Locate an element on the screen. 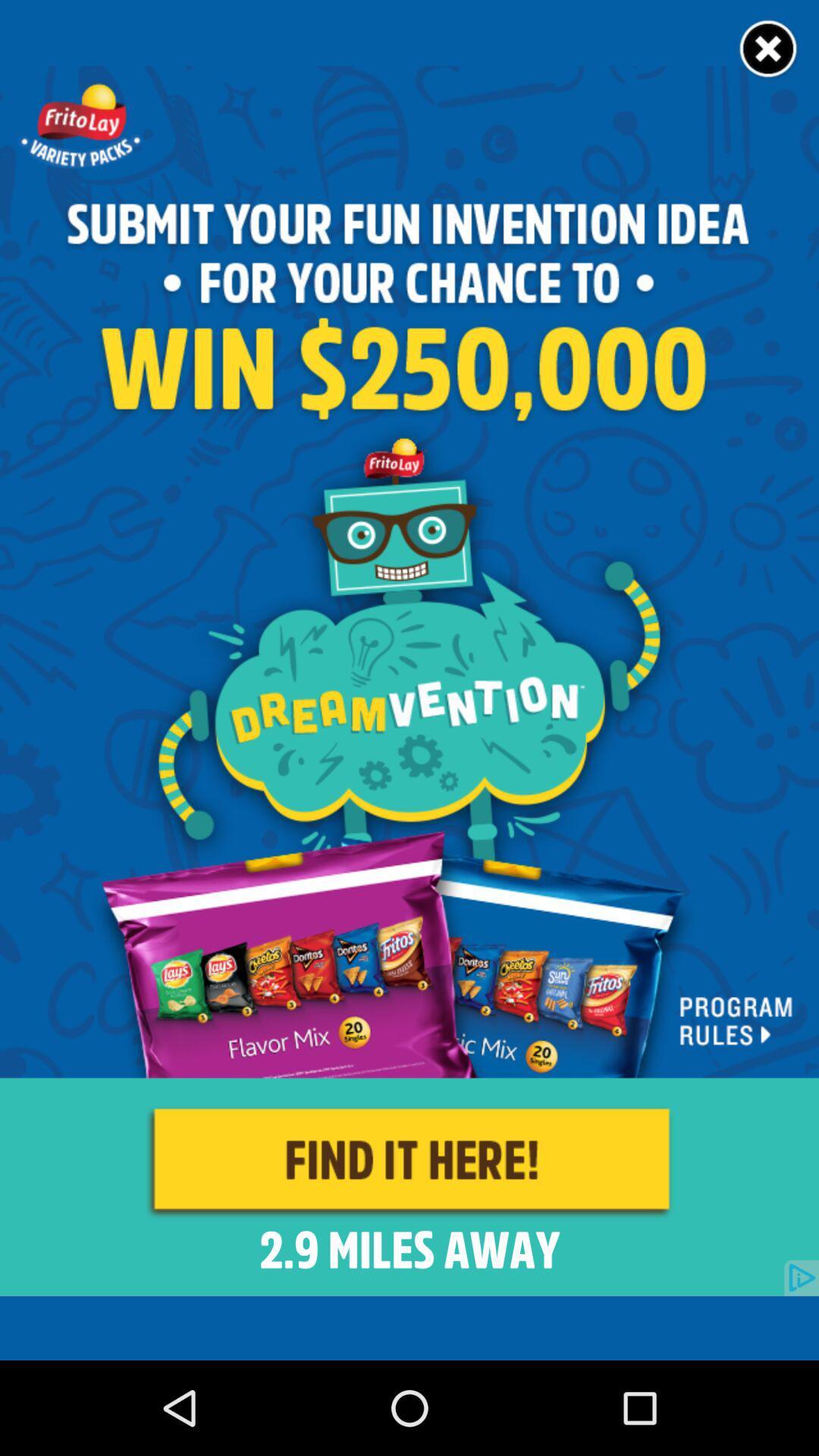 Image resolution: width=819 pixels, height=1456 pixels. the close icon is located at coordinates (769, 53).